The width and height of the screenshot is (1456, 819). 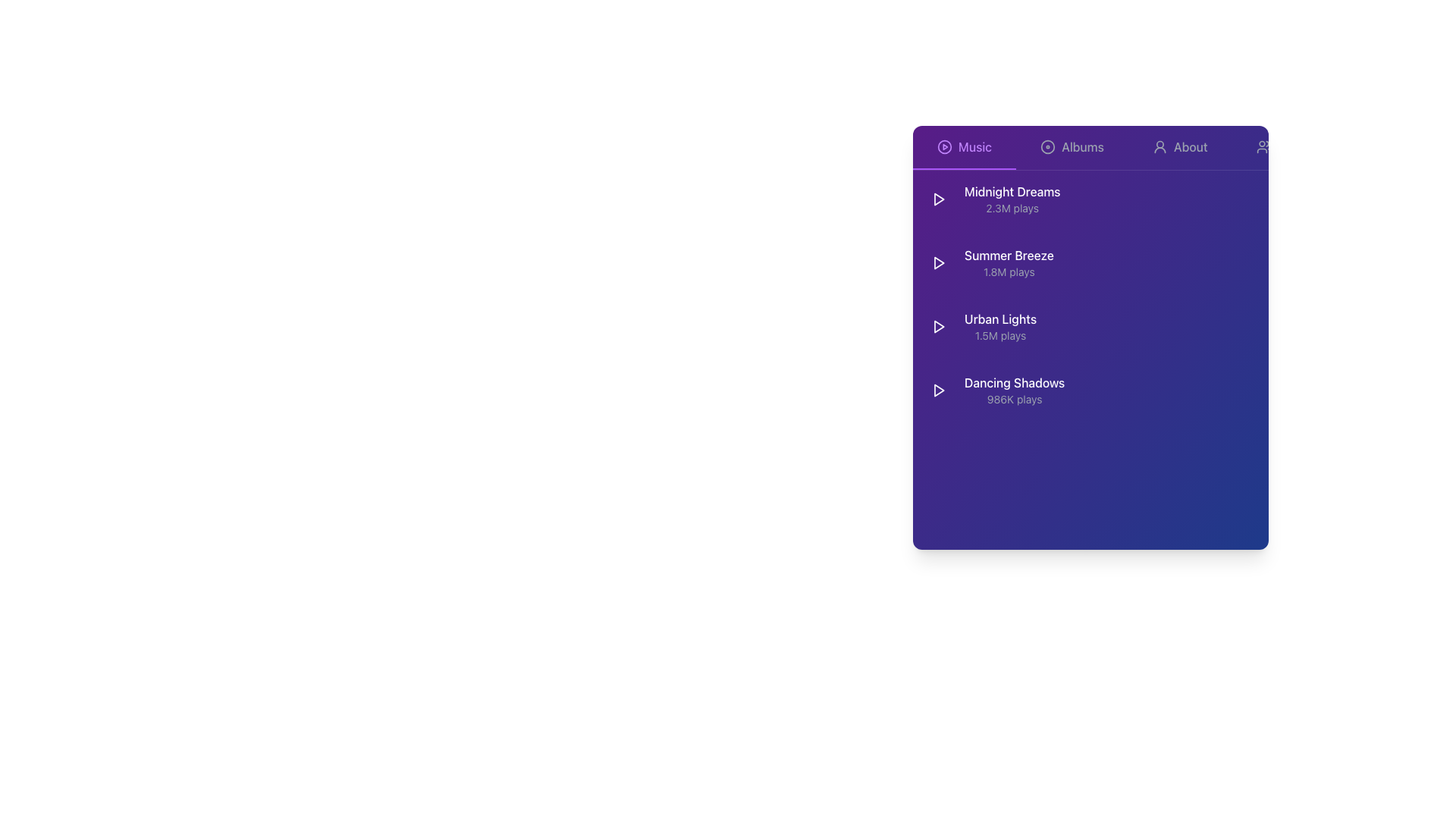 I want to click on the play button for the song 'Midnight Dreams' to play the associated song, so click(x=938, y=198).